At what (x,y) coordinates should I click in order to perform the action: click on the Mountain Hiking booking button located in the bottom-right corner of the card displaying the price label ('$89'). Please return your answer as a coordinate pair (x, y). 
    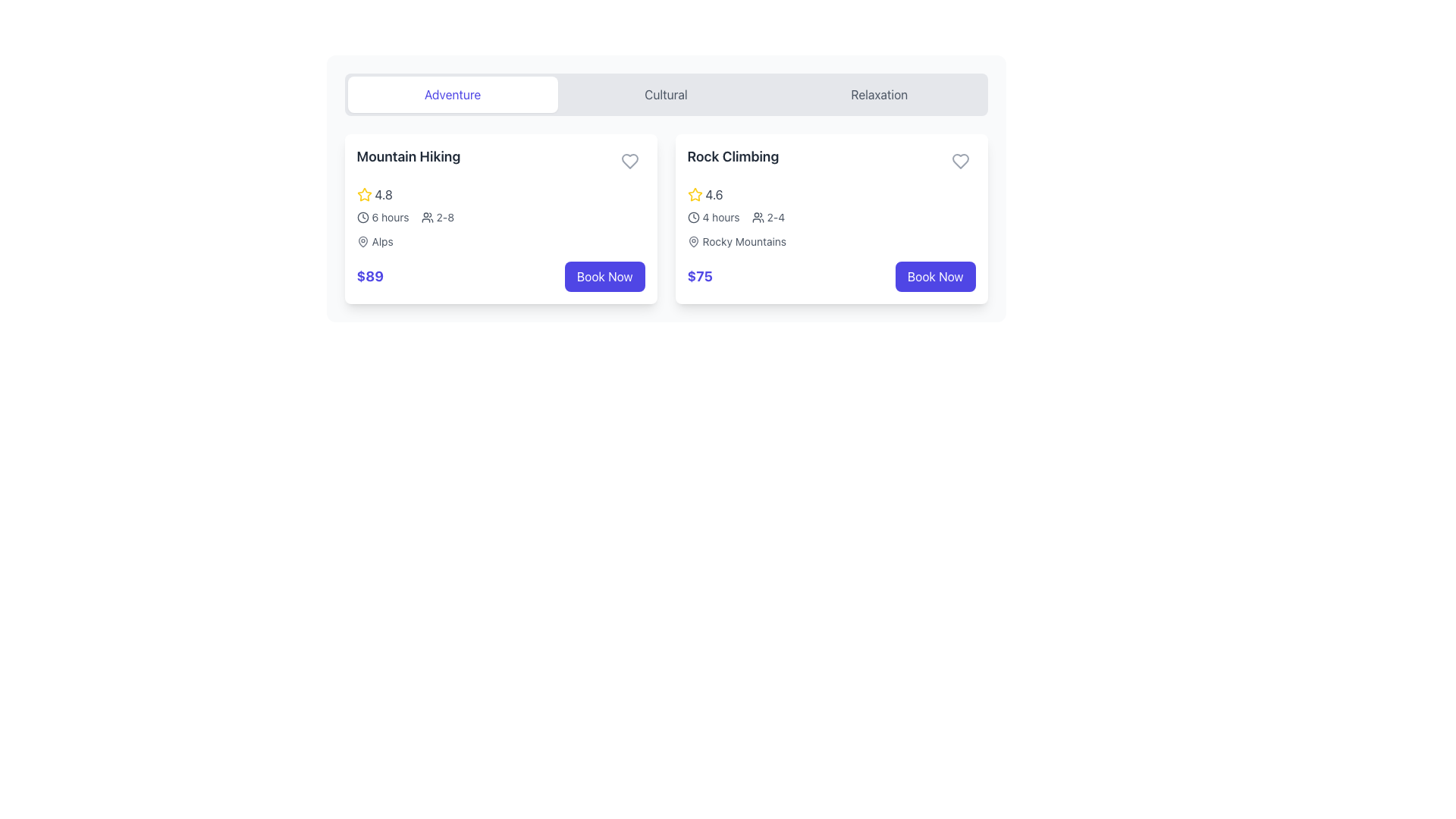
    Looking at the image, I should click on (604, 277).